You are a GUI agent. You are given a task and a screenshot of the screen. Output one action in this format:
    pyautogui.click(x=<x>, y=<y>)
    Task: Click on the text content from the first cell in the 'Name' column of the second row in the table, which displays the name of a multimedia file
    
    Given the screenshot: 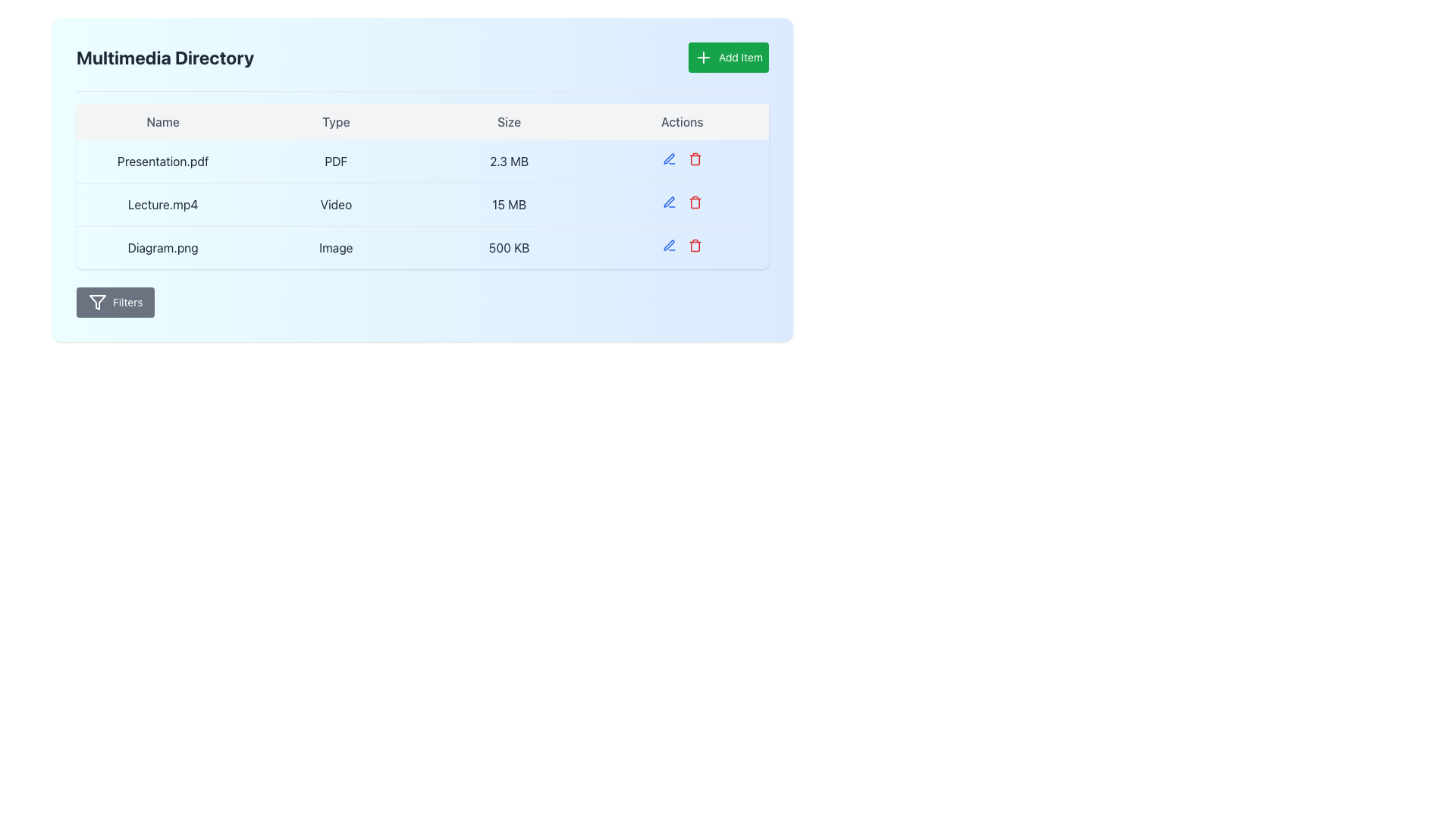 What is the action you would take?
    pyautogui.click(x=163, y=205)
    